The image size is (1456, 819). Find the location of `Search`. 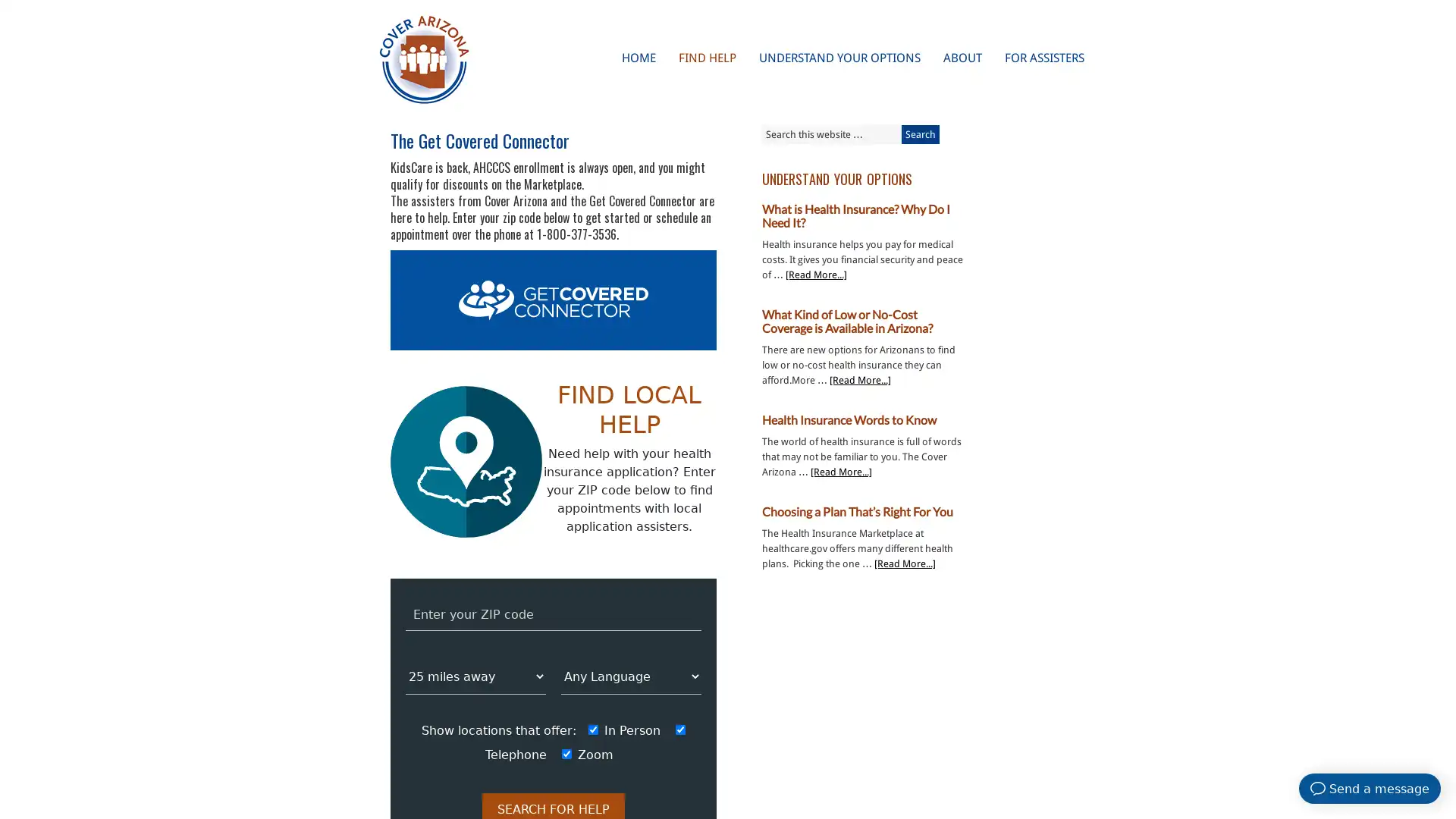

Search is located at coordinates (920, 133).